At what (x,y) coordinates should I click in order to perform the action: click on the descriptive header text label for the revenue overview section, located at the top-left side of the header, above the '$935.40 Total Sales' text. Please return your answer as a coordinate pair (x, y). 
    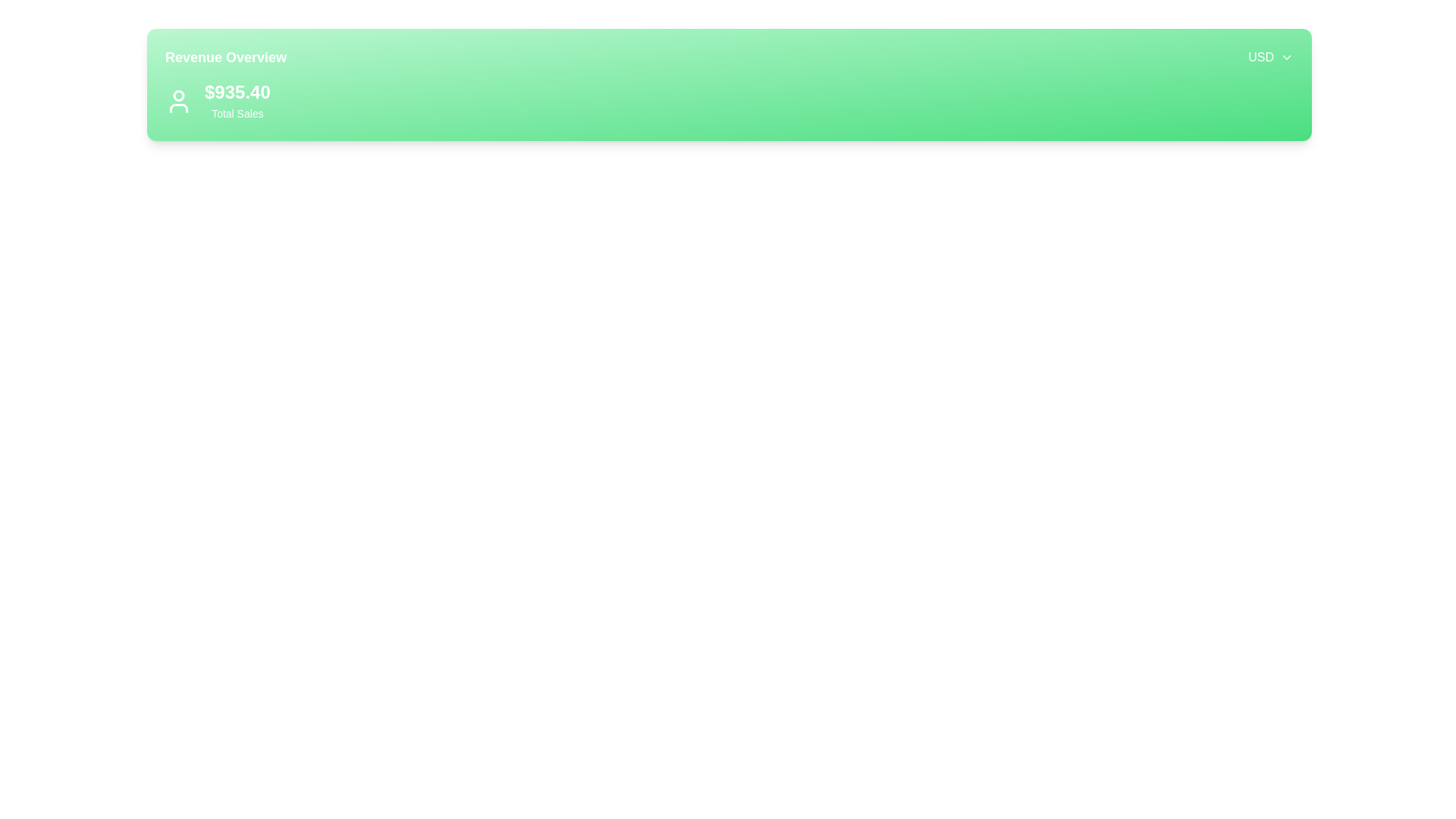
    Looking at the image, I should click on (224, 57).